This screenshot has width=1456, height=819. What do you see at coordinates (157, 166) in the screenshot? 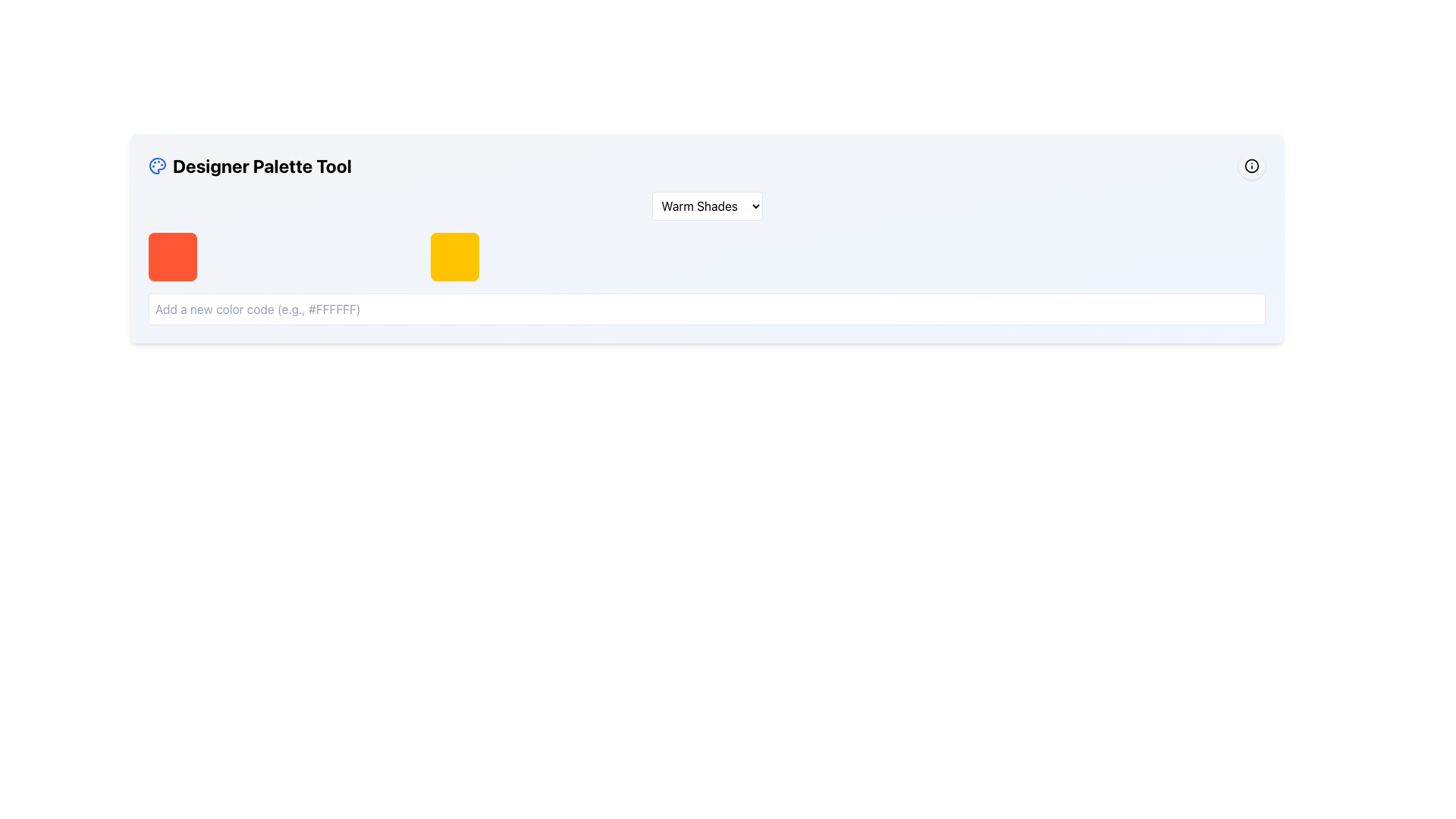
I see `the design-related icon located at the top left corner of the interface, preceding the text 'Designer Palette Tool'` at bounding box center [157, 166].